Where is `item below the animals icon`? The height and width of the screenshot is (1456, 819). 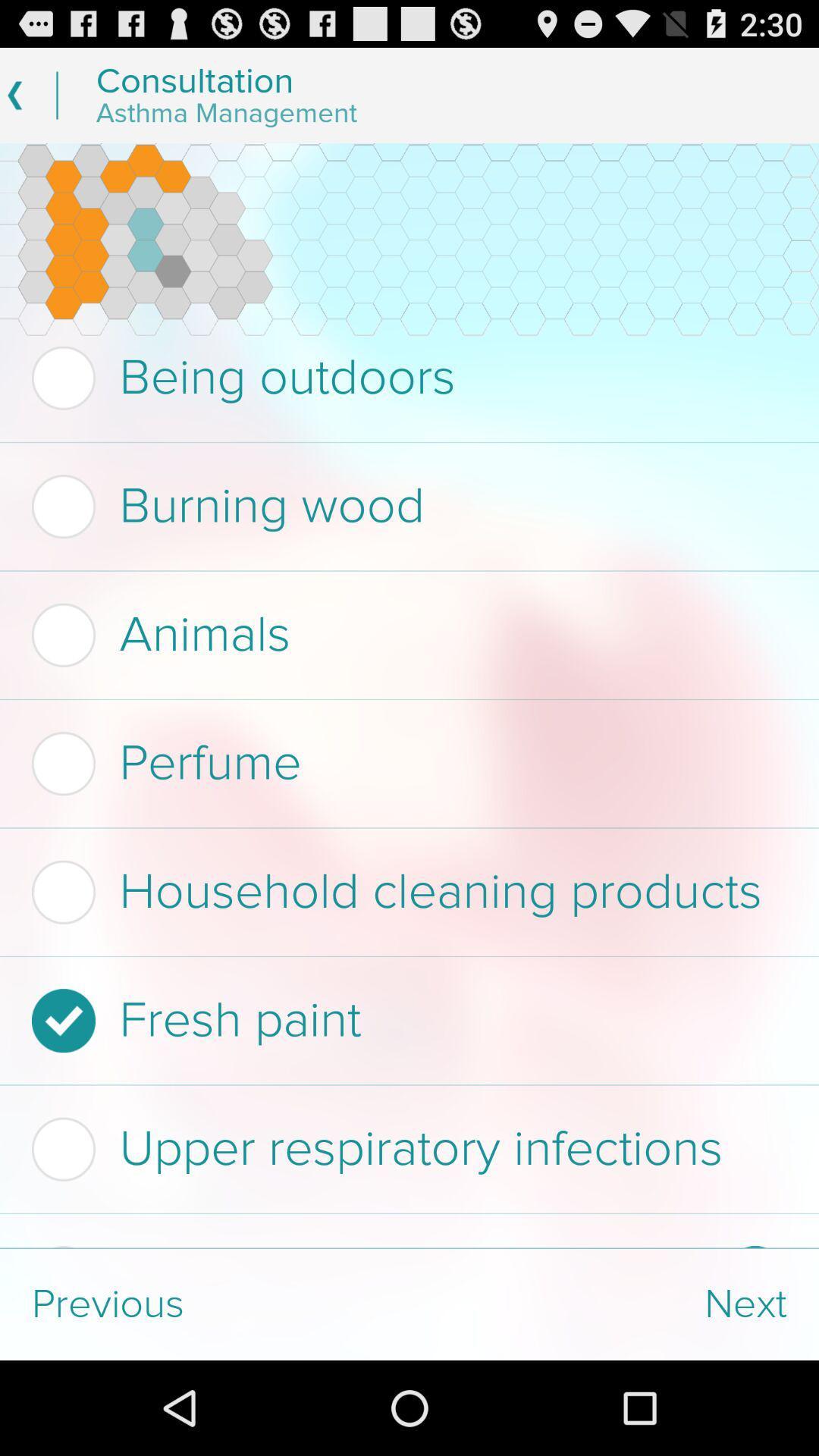 item below the animals icon is located at coordinates (404, 764).